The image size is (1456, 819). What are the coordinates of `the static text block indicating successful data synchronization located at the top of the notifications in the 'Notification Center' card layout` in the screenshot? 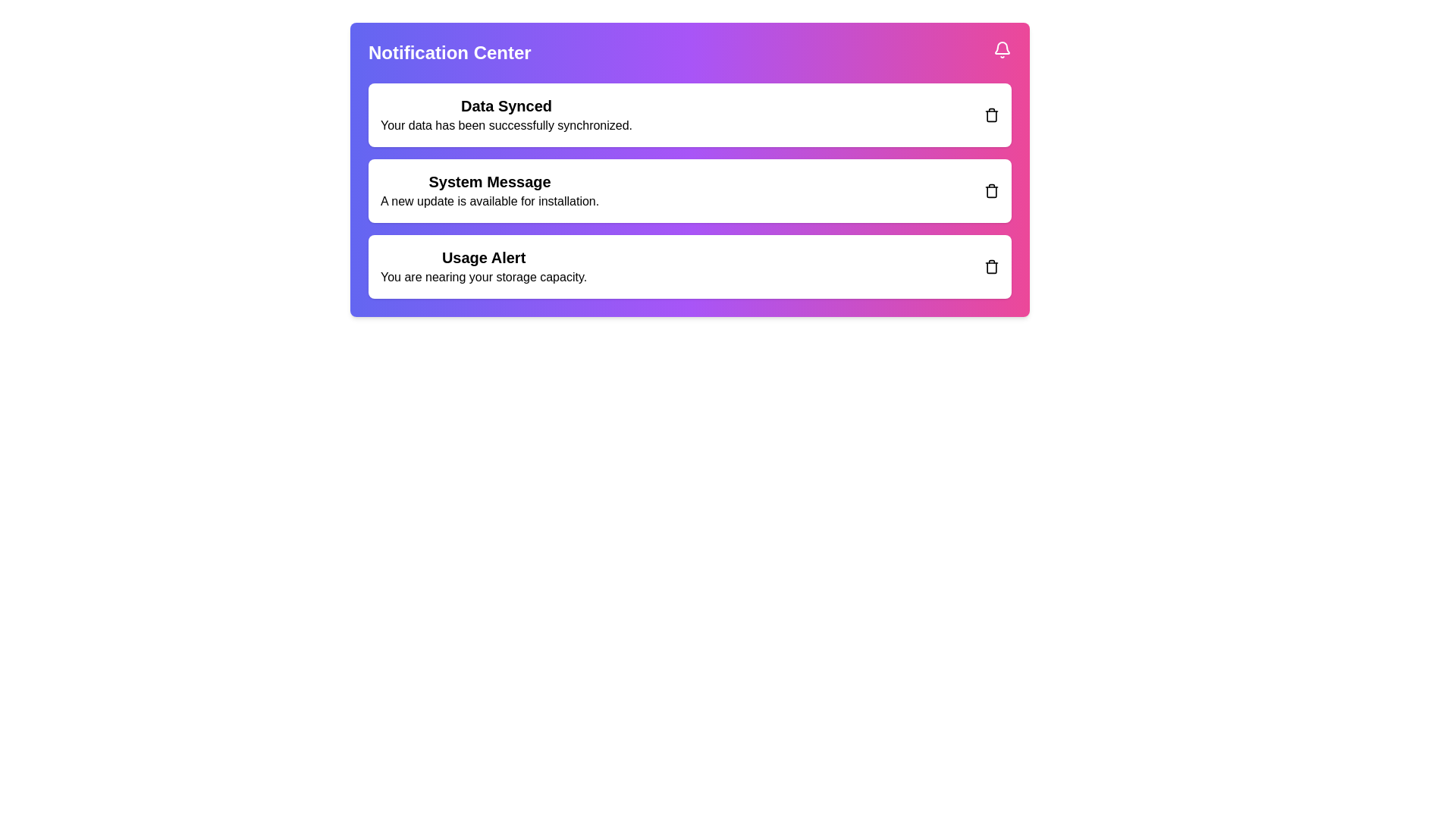 It's located at (506, 114).